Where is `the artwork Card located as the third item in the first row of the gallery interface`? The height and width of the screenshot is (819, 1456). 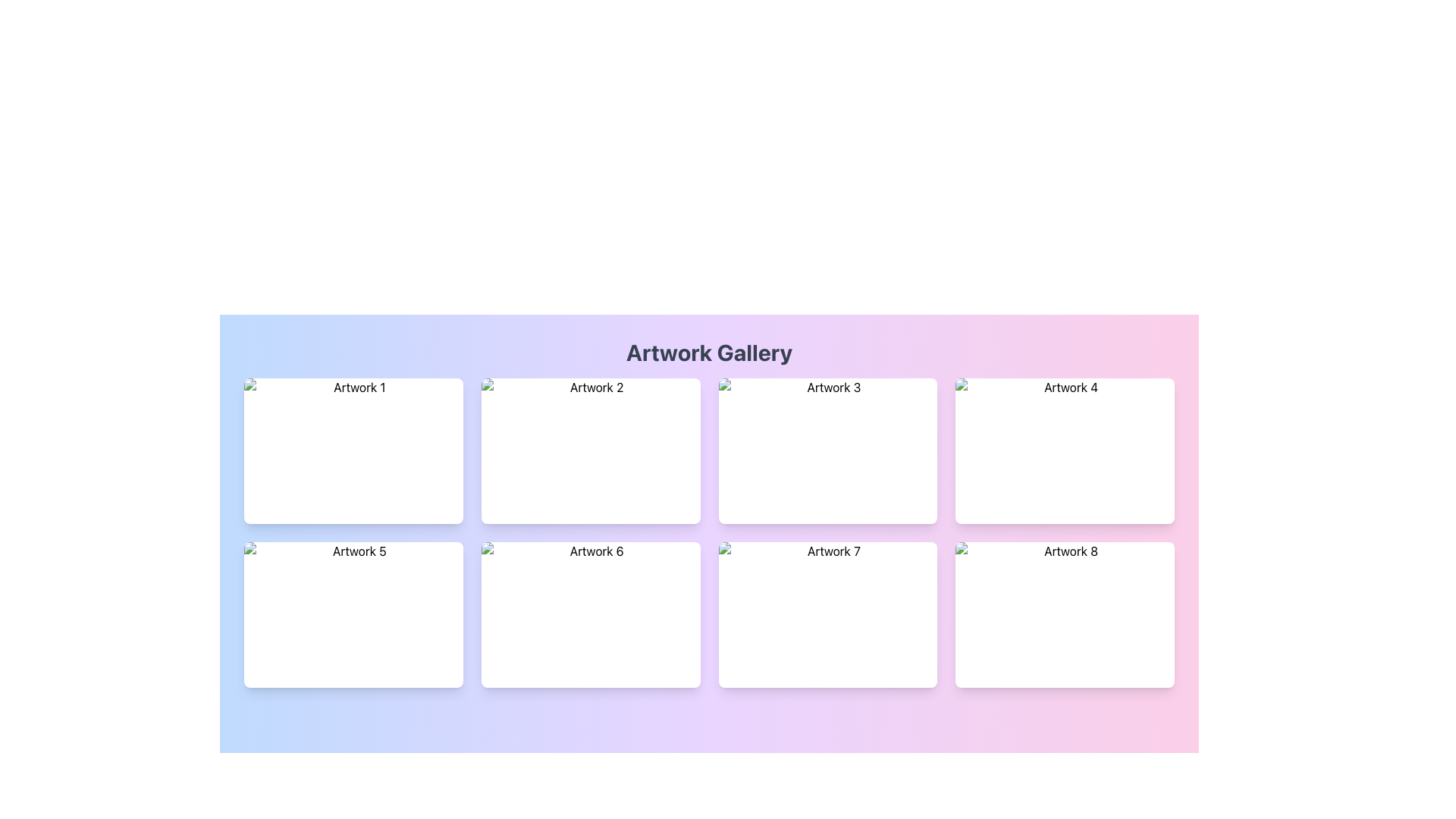 the artwork Card located as the third item in the first row of the gallery interface is located at coordinates (827, 450).